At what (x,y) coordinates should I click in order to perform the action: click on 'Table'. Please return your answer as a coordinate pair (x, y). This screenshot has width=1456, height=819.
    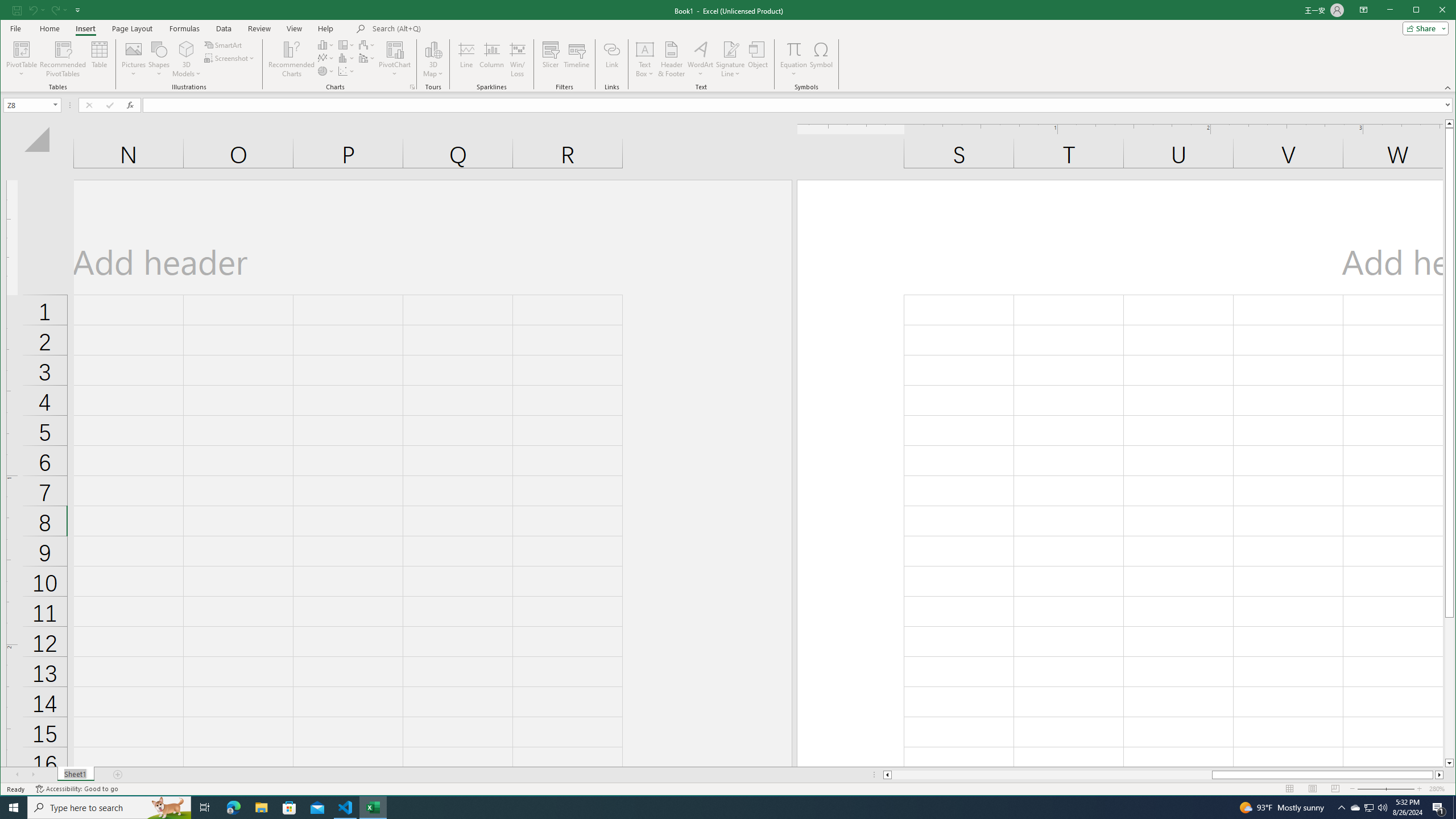
    Looking at the image, I should click on (100, 59).